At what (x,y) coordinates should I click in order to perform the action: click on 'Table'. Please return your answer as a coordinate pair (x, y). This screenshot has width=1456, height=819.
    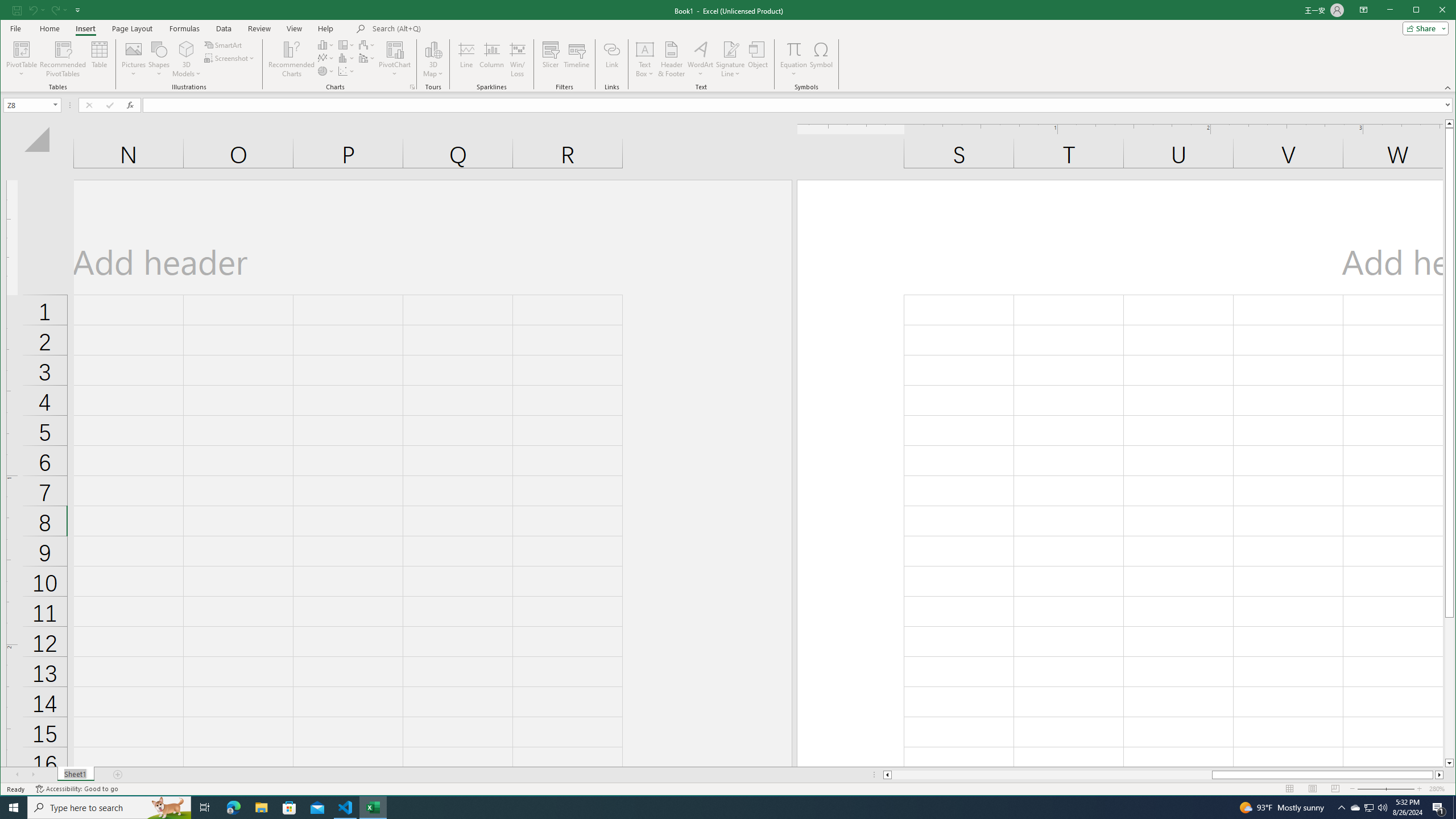
    Looking at the image, I should click on (100, 59).